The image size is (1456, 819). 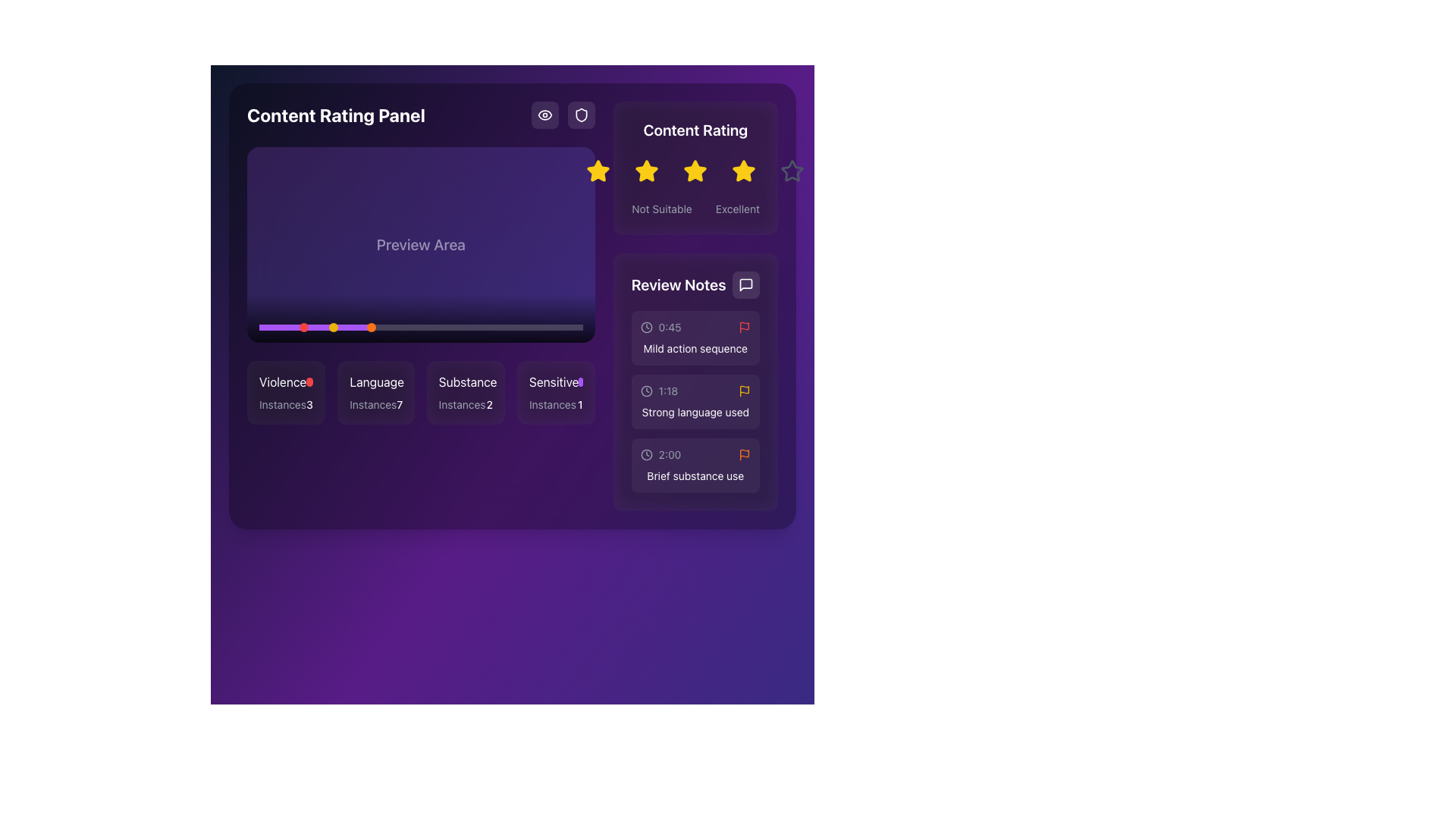 I want to click on the timestamp and note of the first List item in the 'Review Notes' section, which is marked with a red flag and indicates importance or sensitivity, so click(x=694, y=337).